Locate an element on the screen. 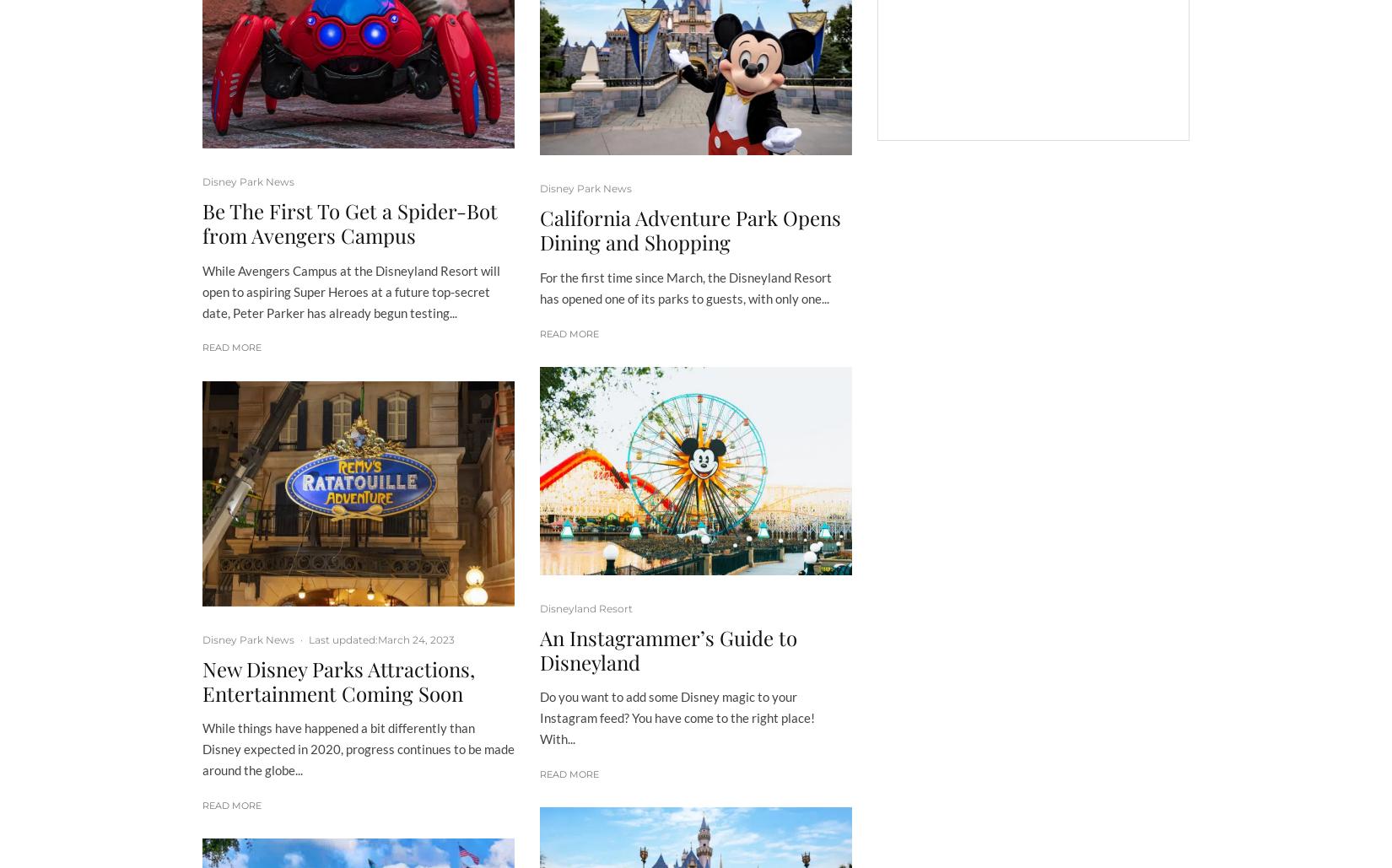 This screenshot has height=868, width=1392. 'March 24, 2023' is located at coordinates (376, 639).